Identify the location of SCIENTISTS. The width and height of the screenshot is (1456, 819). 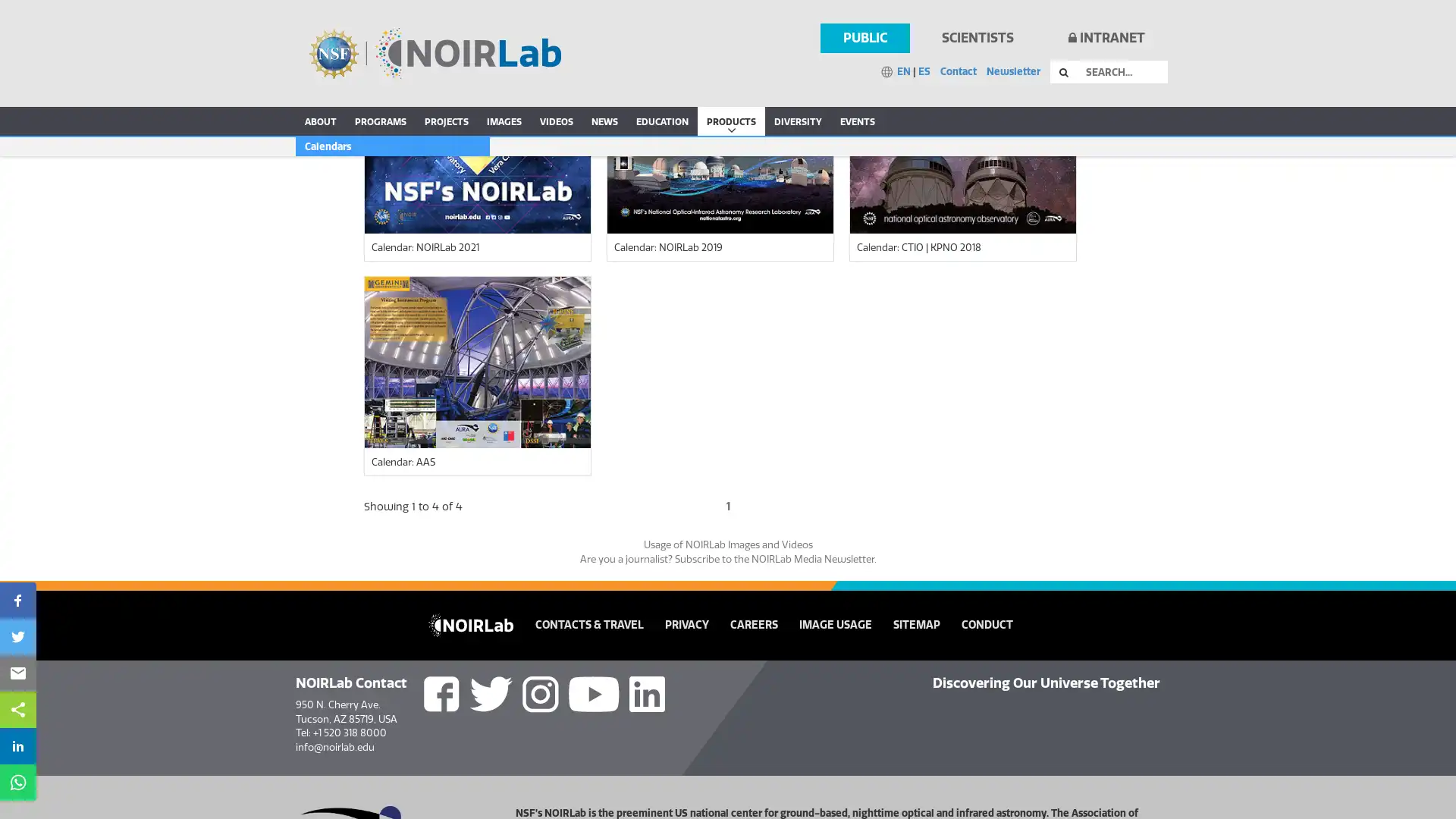
(977, 37).